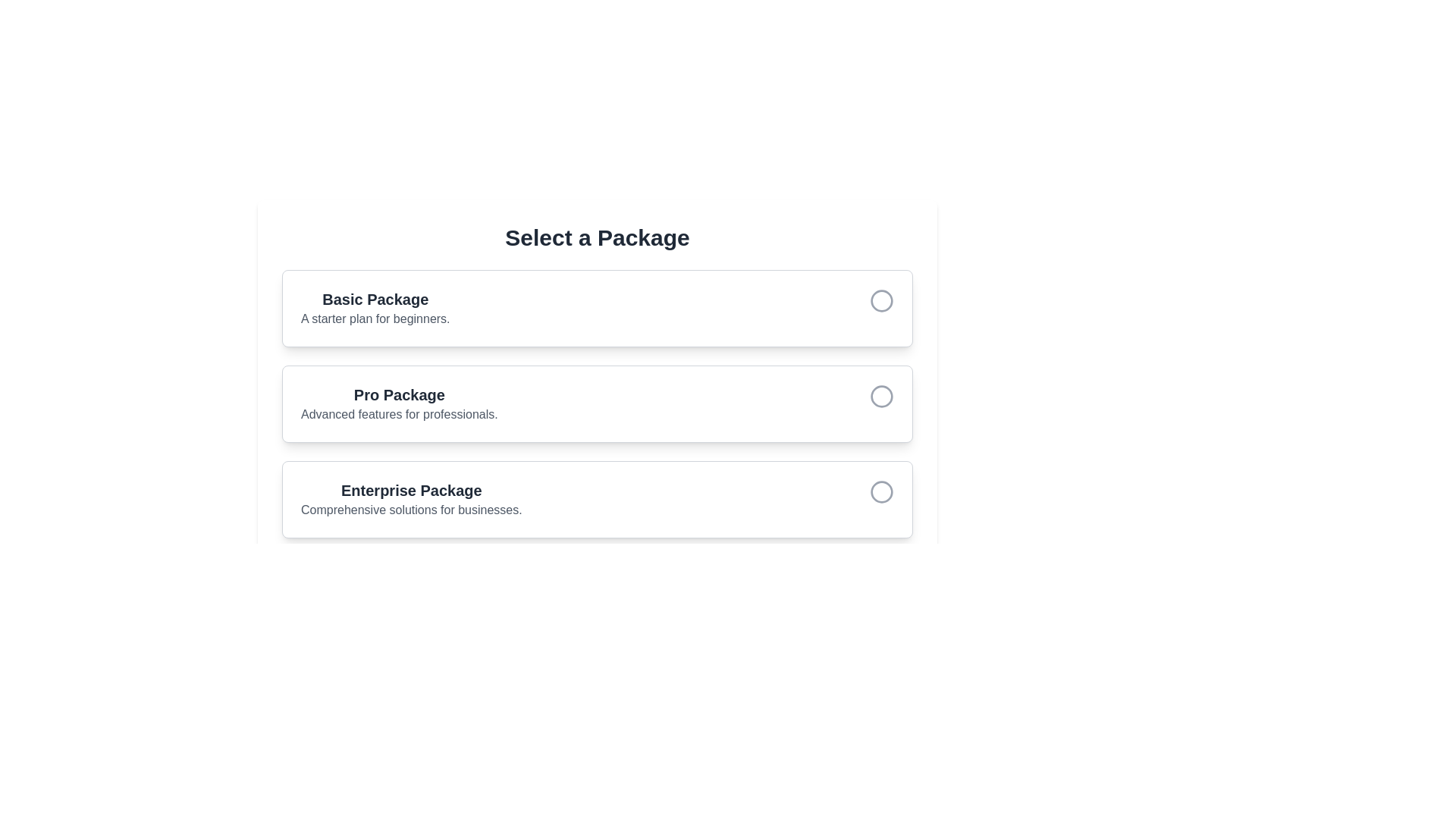  Describe the element at coordinates (881, 301) in the screenshot. I see `the first circular icon representing the 'Basic Package' option, which is a hollow gray circle within an SVG element` at that location.